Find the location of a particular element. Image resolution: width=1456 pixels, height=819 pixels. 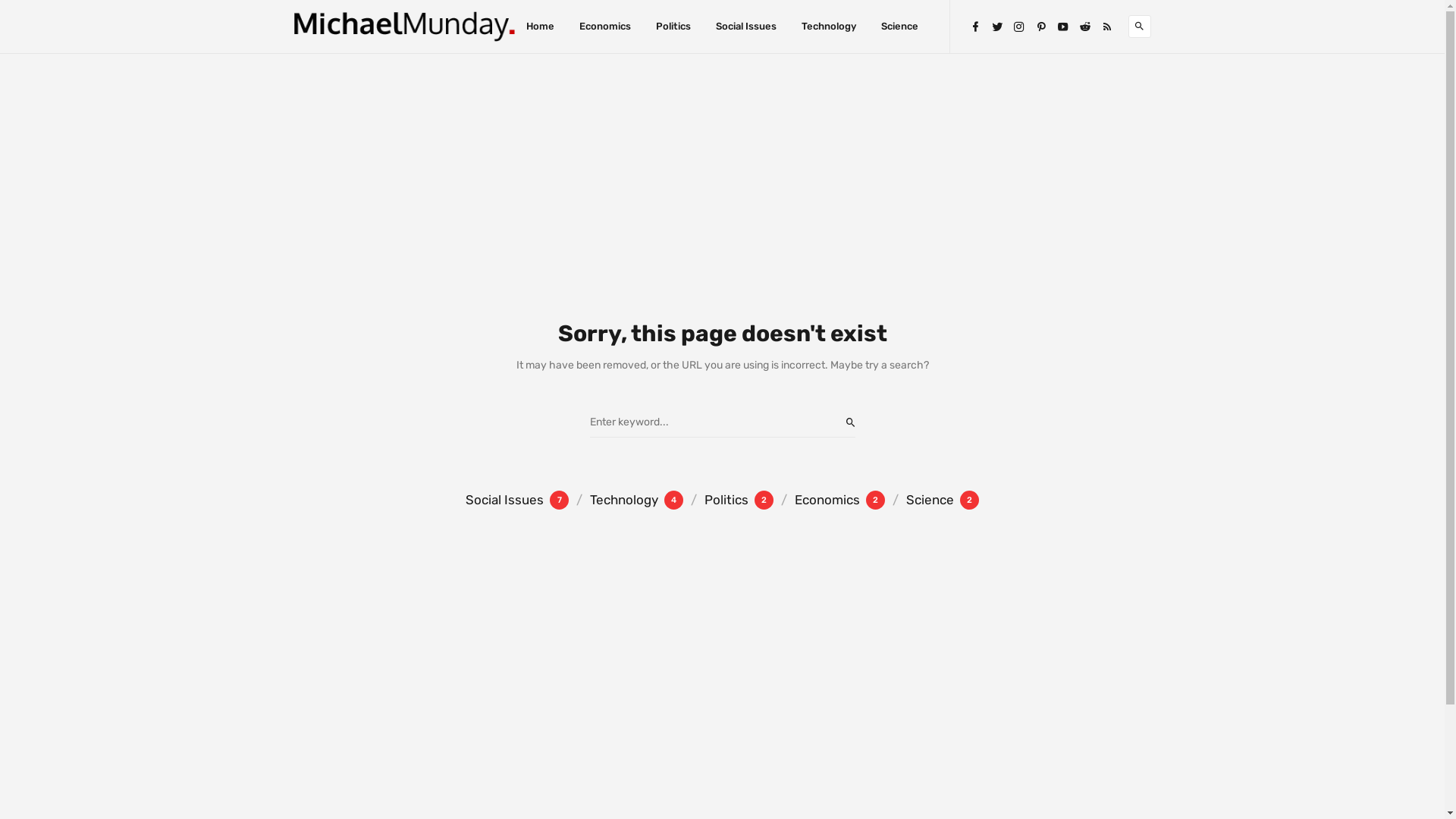

'YouTube' is located at coordinates (1062, 26).